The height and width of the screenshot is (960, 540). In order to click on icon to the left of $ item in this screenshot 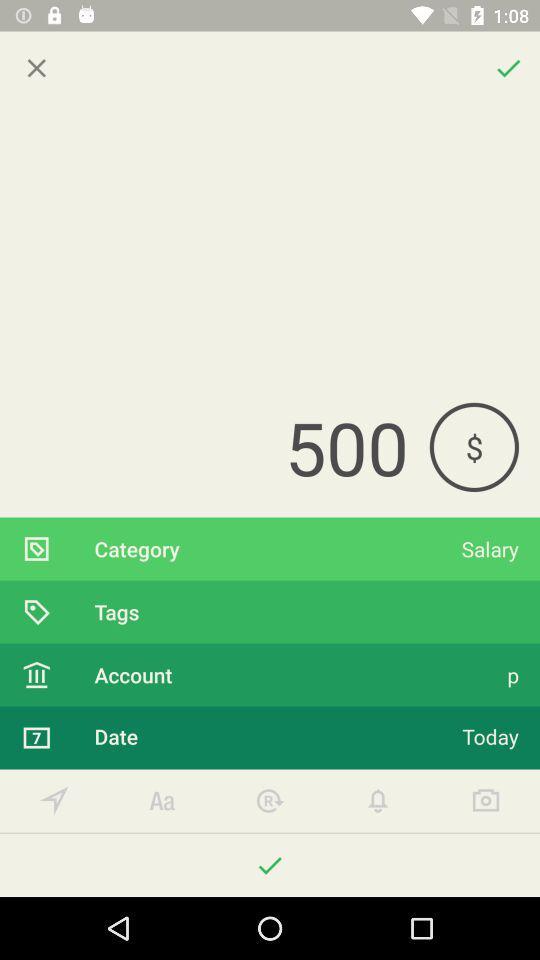, I will do `click(213, 447)`.